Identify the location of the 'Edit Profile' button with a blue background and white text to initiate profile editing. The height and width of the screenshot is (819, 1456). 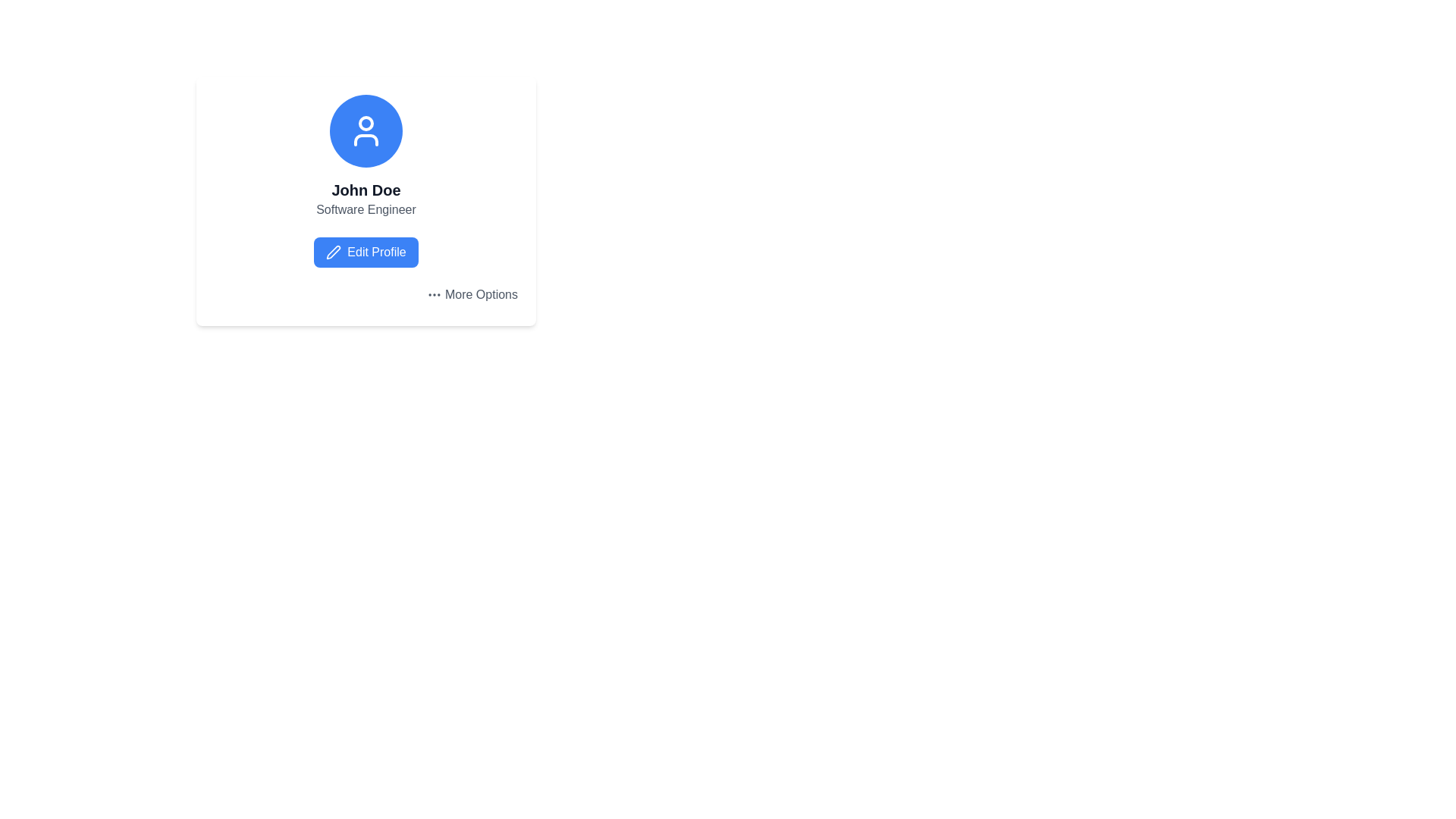
(366, 251).